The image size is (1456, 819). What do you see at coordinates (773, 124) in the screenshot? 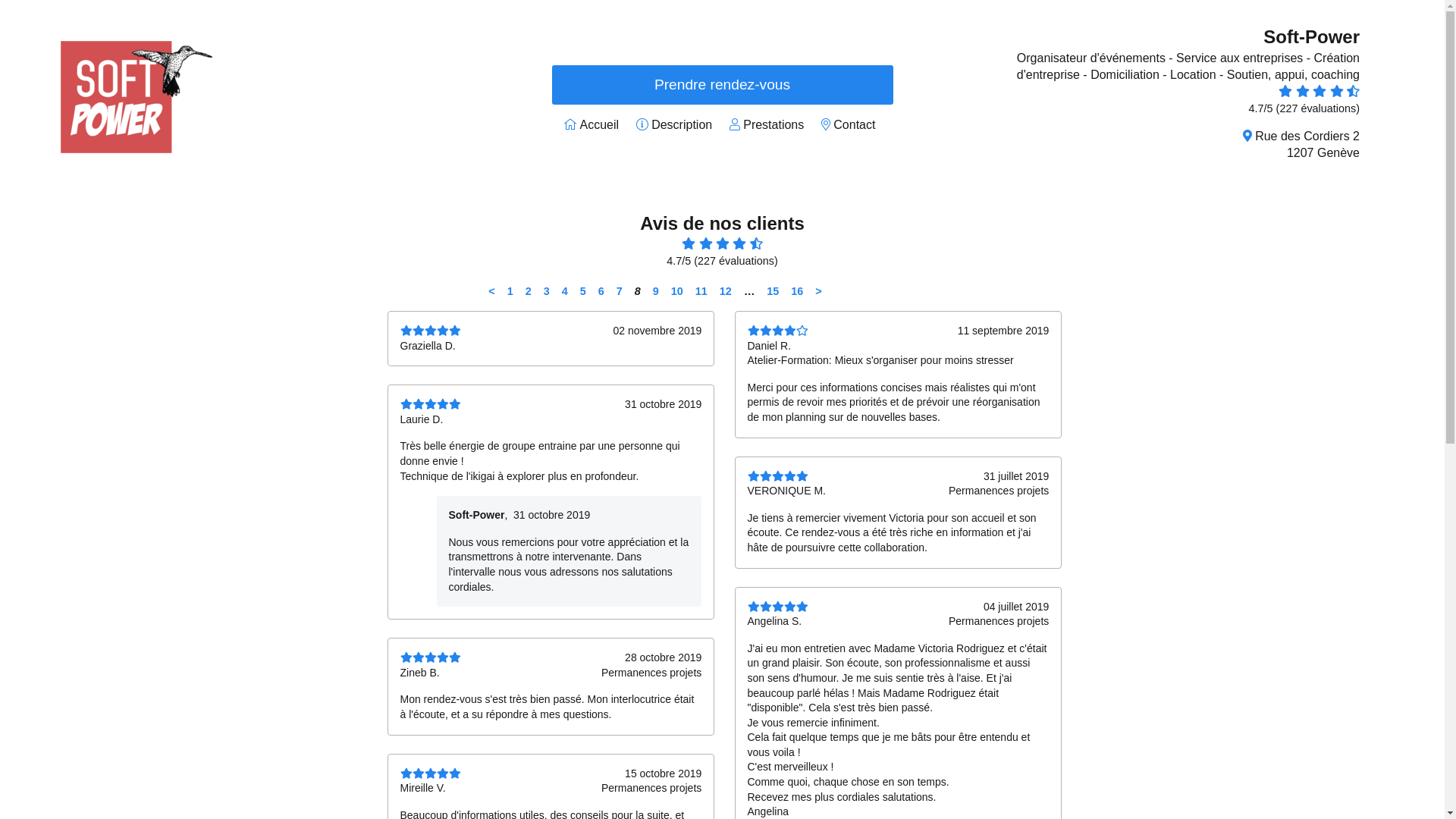
I see `'Prestations'` at bounding box center [773, 124].